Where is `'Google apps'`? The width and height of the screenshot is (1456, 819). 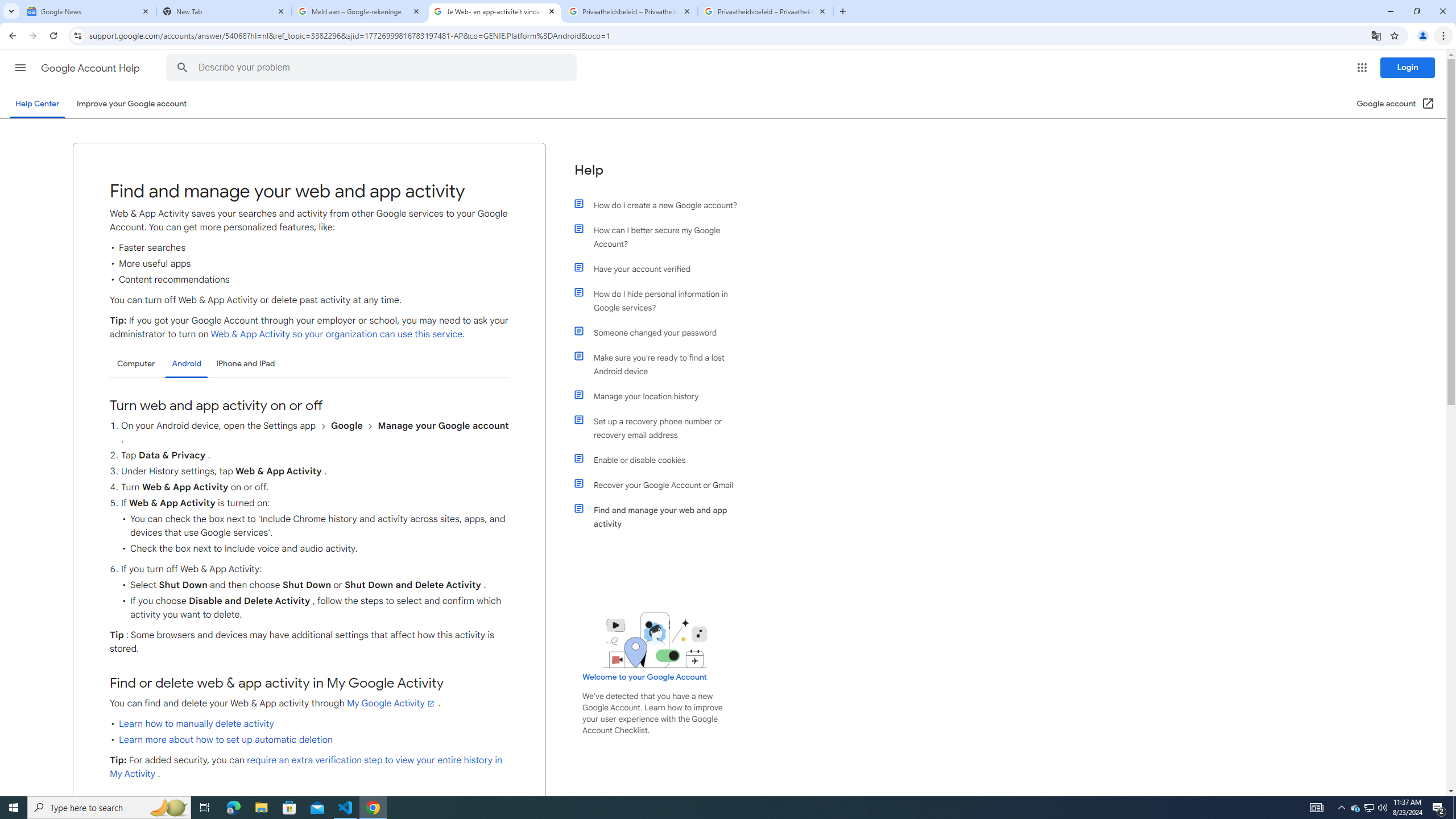 'Google apps' is located at coordinates (1361, 67).